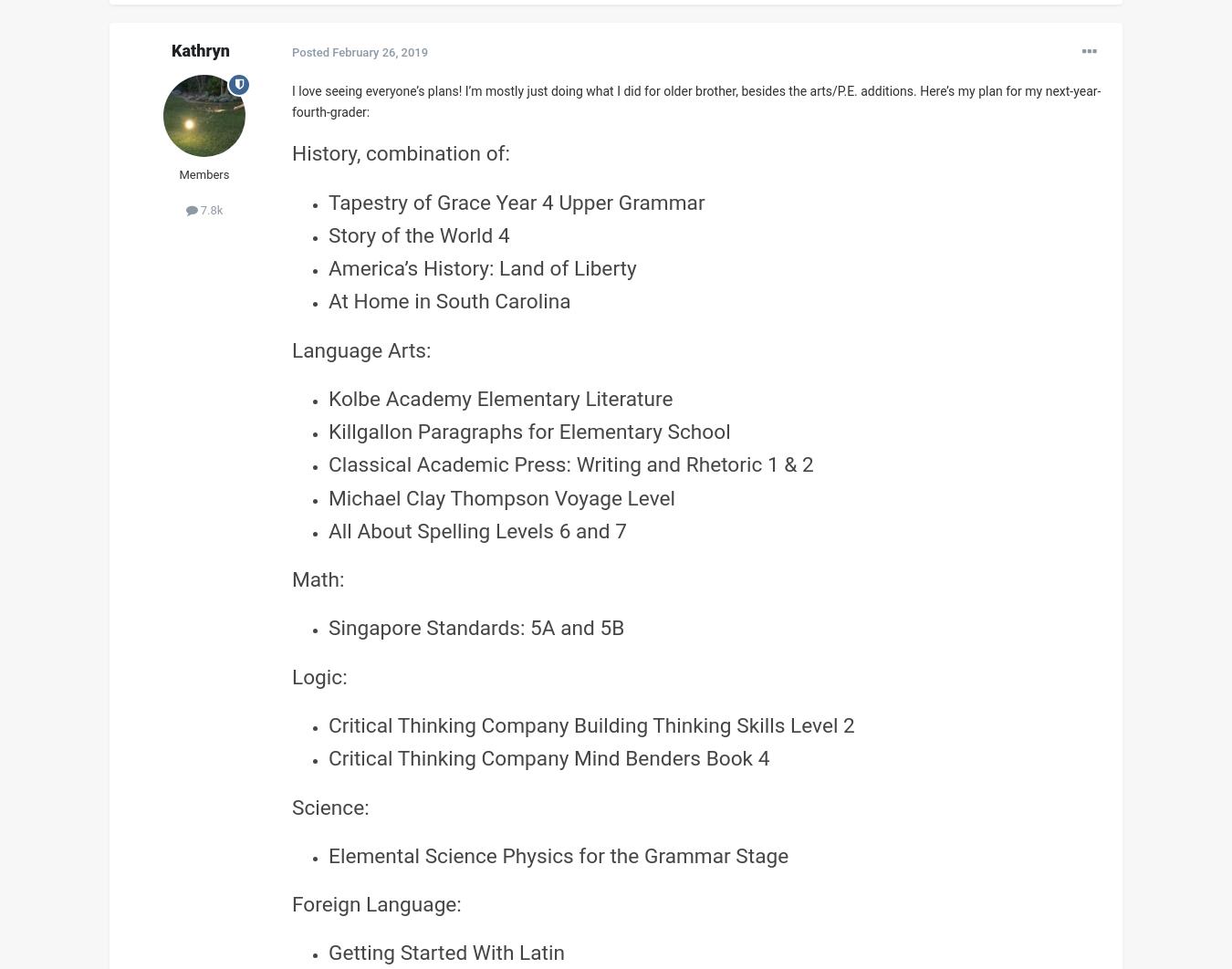 This screenshot has width=1232, height=969. I want to click on 'Critical Thinking Company Mind Benders Book 4', so click(329, 757).